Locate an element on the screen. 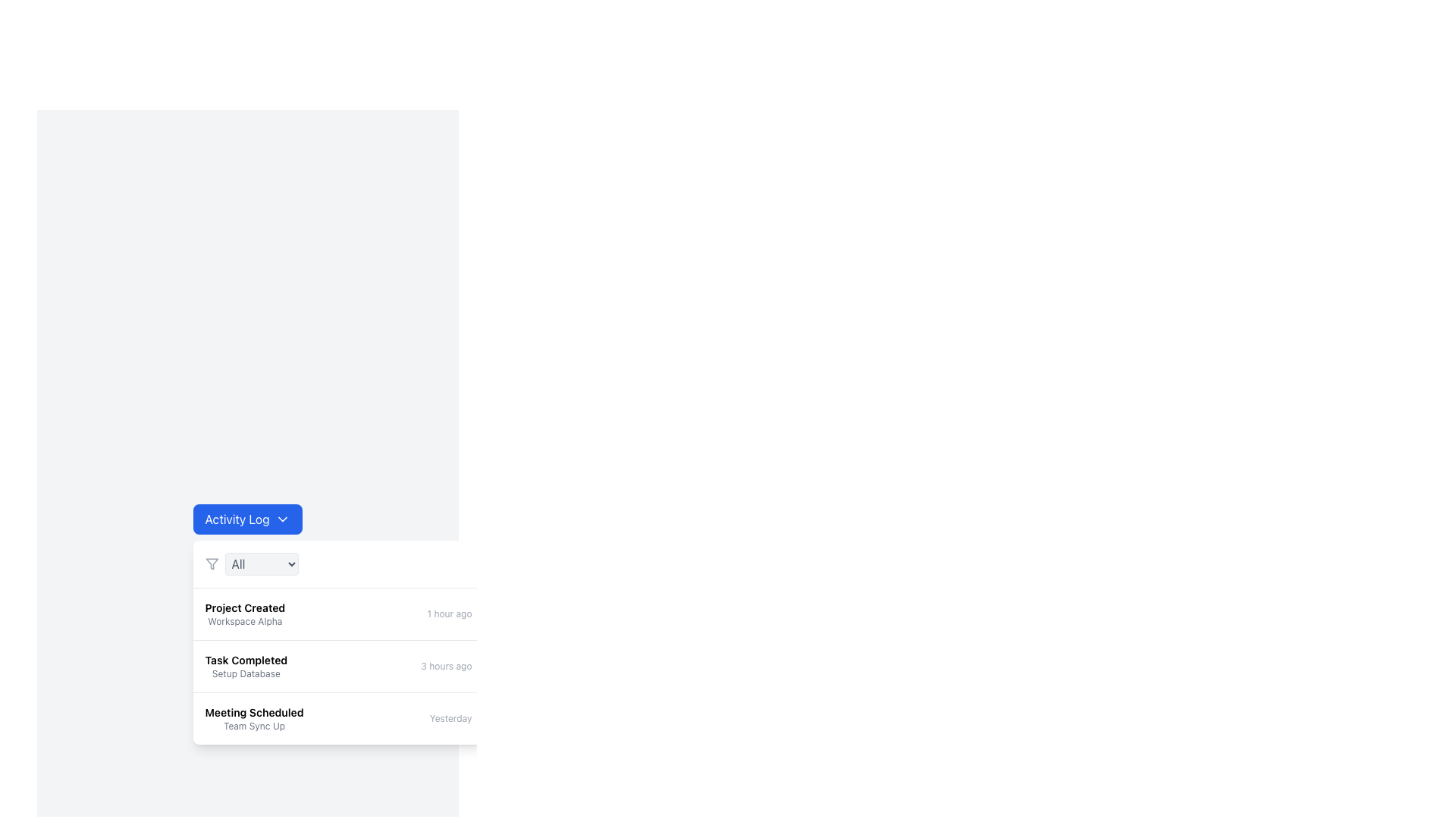  text from the Timestamp label located on the far right side of the first entry in the activity log dropdown, aligned with 'Project Created' is located at coordinates (448, 614).